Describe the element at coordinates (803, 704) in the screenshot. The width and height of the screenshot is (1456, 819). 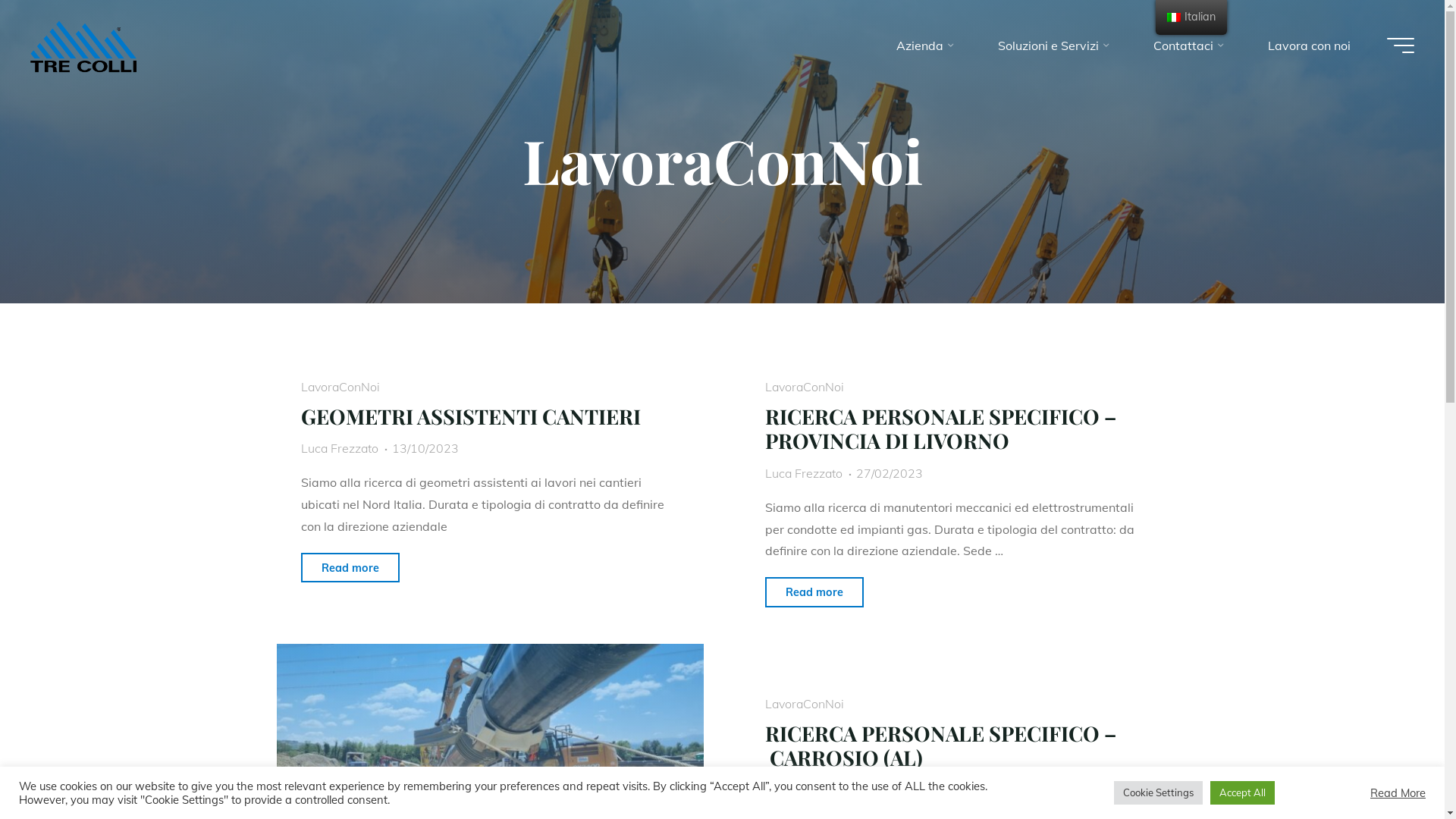
I see `'LavoraConNoi'` at that location.